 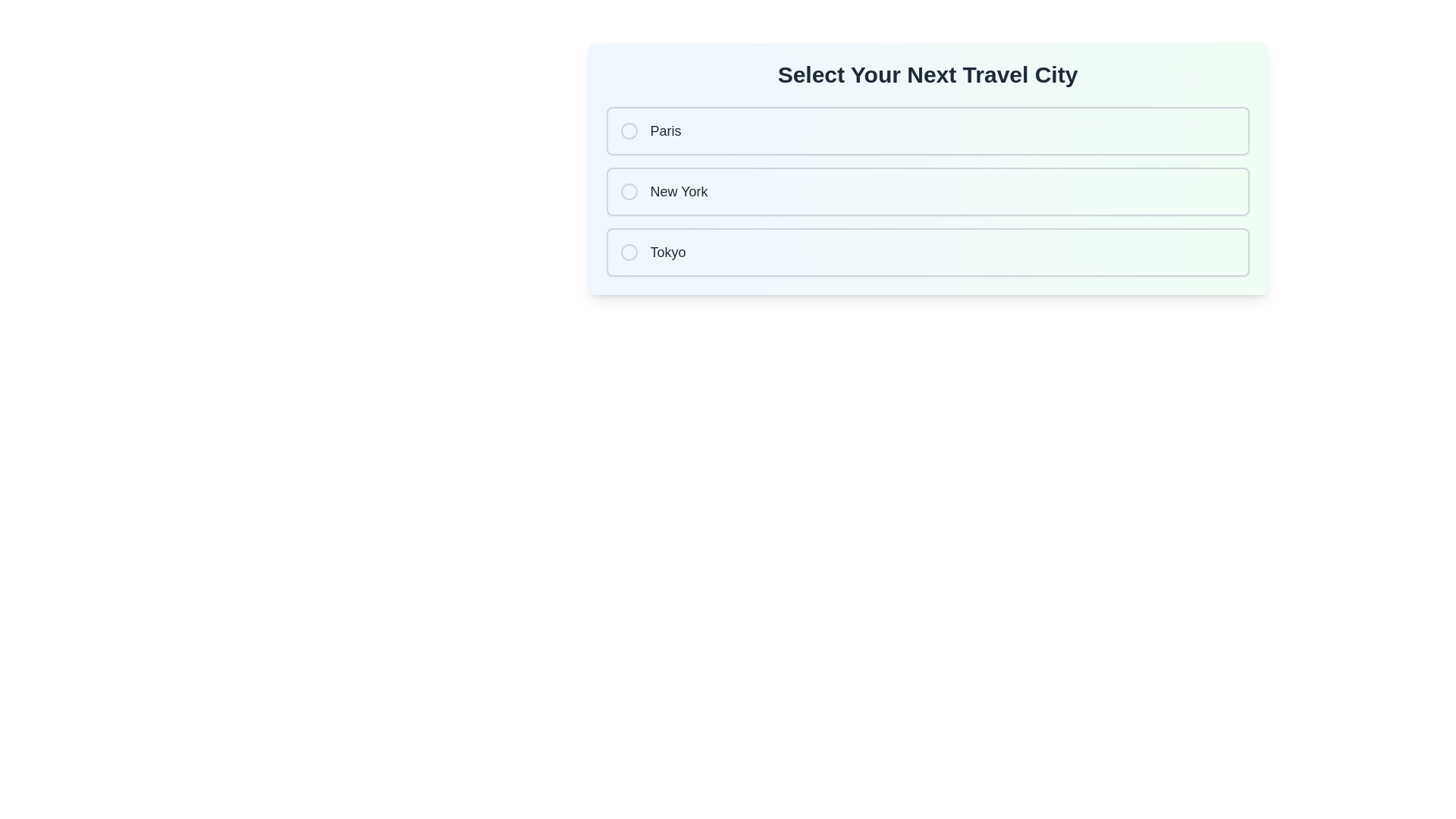 I want to click on the radiogroup for selecting one city among the options 'Paris', 'New York', or 'Tokyo' for visual feedback, so click(x=927, y=191).